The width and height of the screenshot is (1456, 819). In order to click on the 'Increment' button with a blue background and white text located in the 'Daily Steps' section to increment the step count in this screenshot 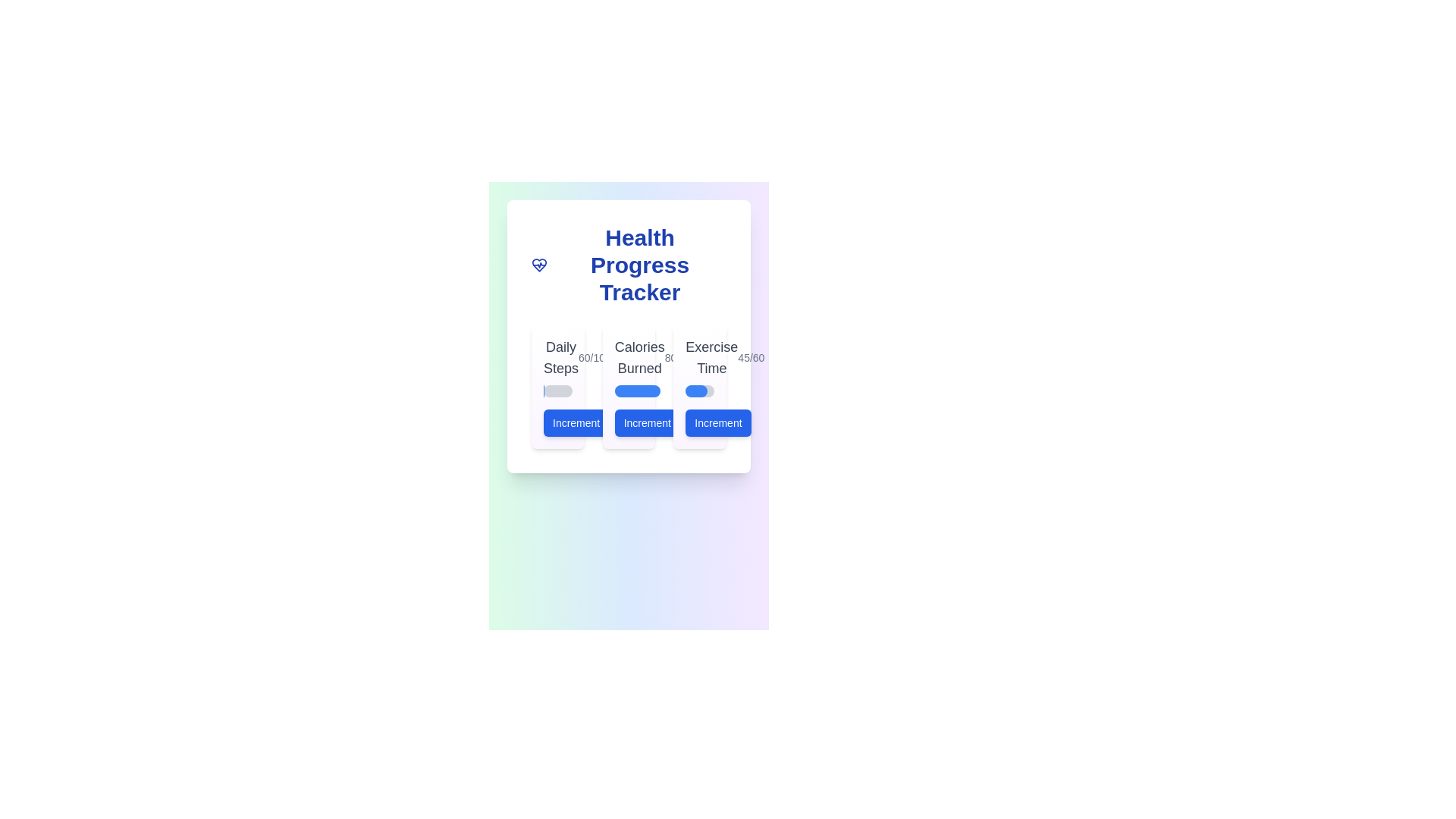, I will do `click(557, 423)`.